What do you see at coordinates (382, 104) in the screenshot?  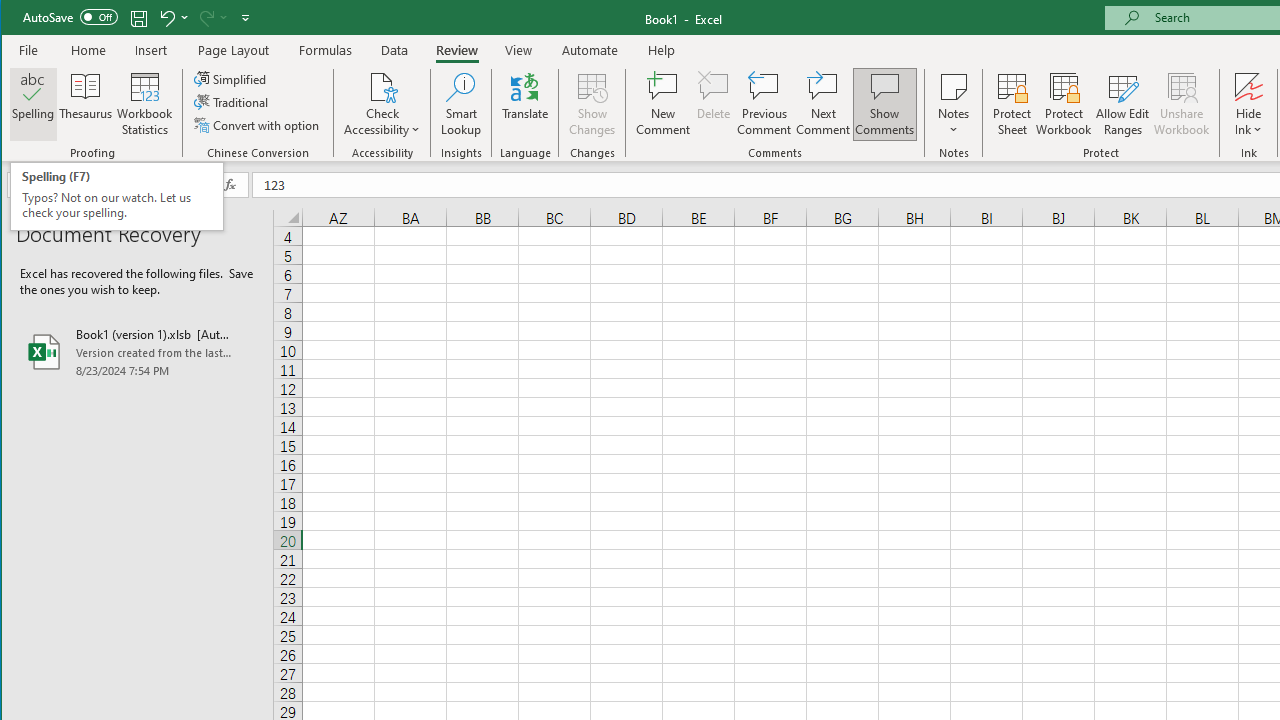 I see `'Check Accessibility'` at bounding box center [382, 104].